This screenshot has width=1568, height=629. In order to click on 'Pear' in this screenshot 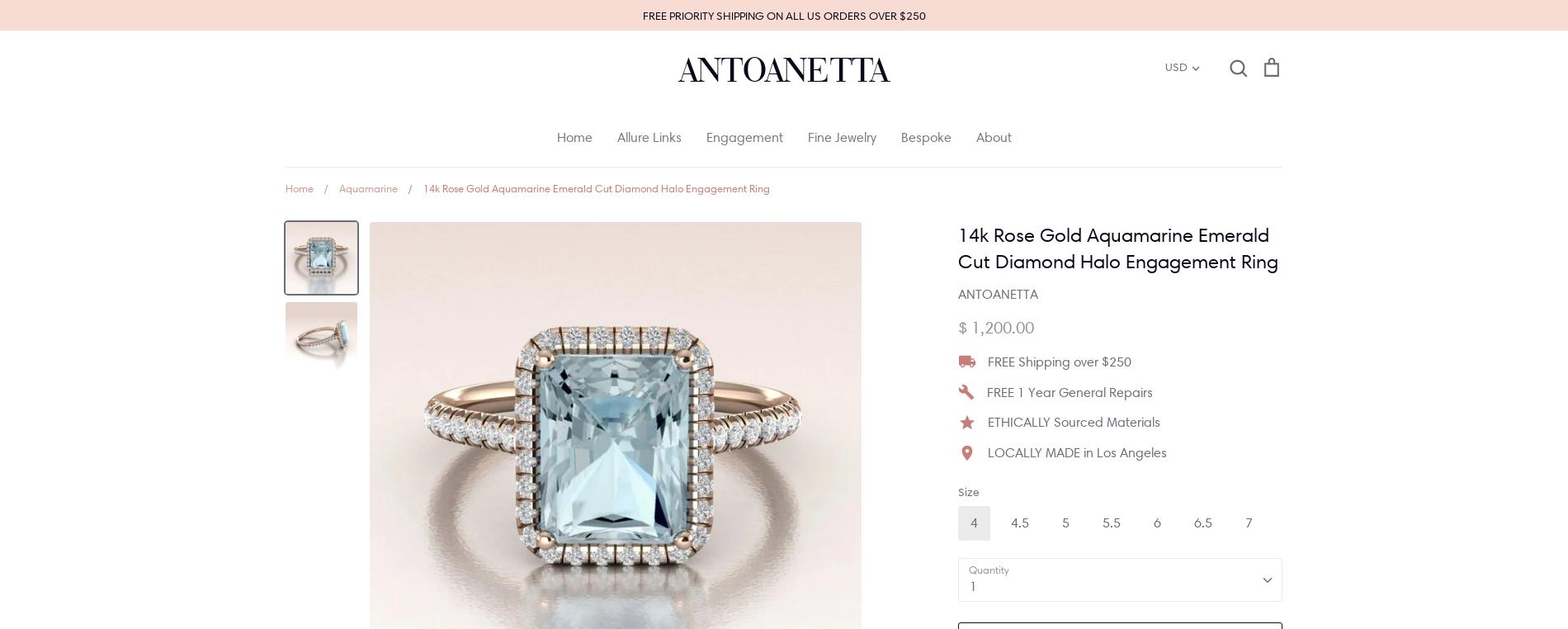, I will do `click(912, 331)`.